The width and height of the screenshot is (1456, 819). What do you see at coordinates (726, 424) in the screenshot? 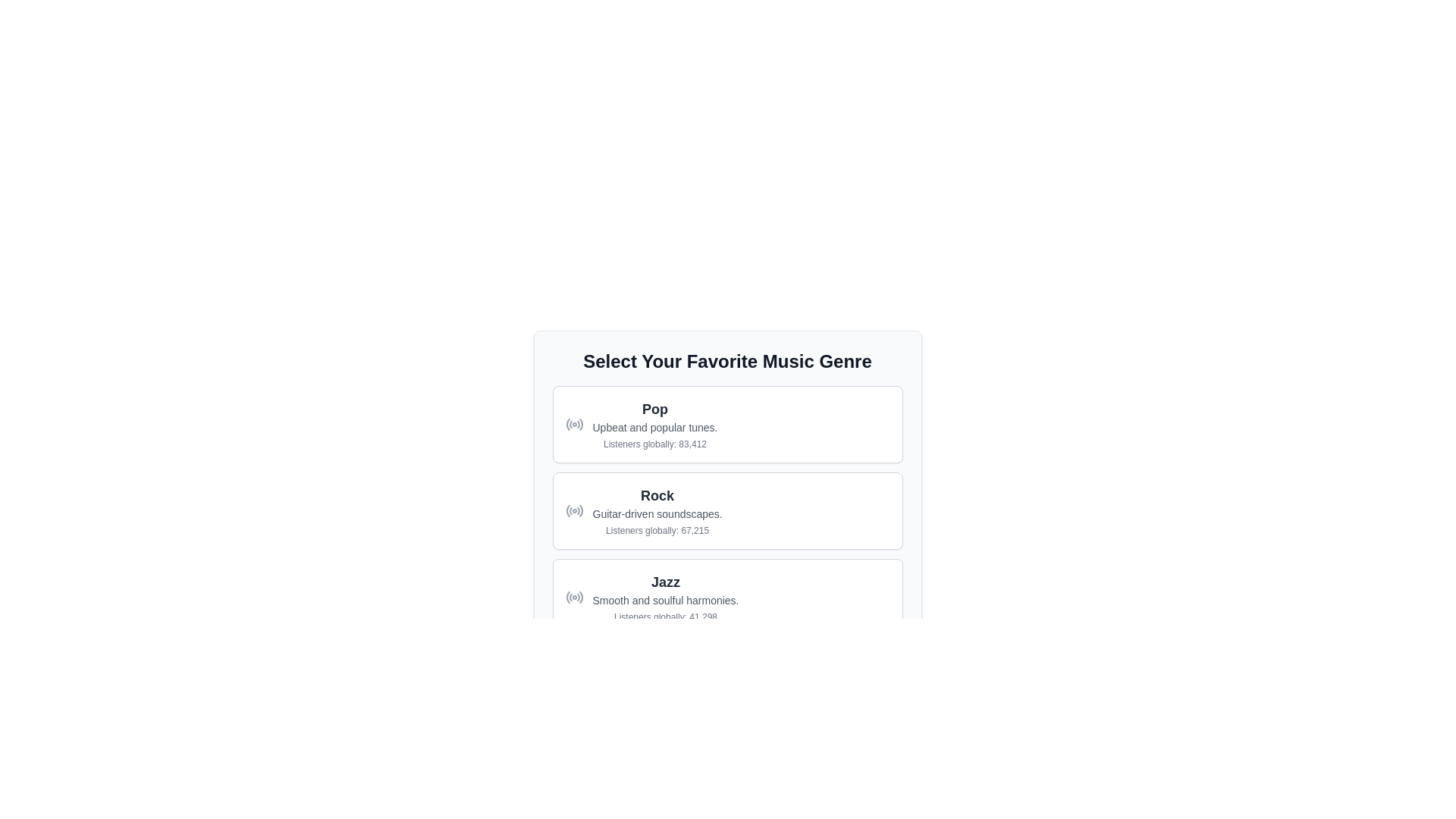
I see `the informational card that represents the 'Pop' music genre, which is the first card in a vertical list of music genre cards` at bounding box center [726, 424].